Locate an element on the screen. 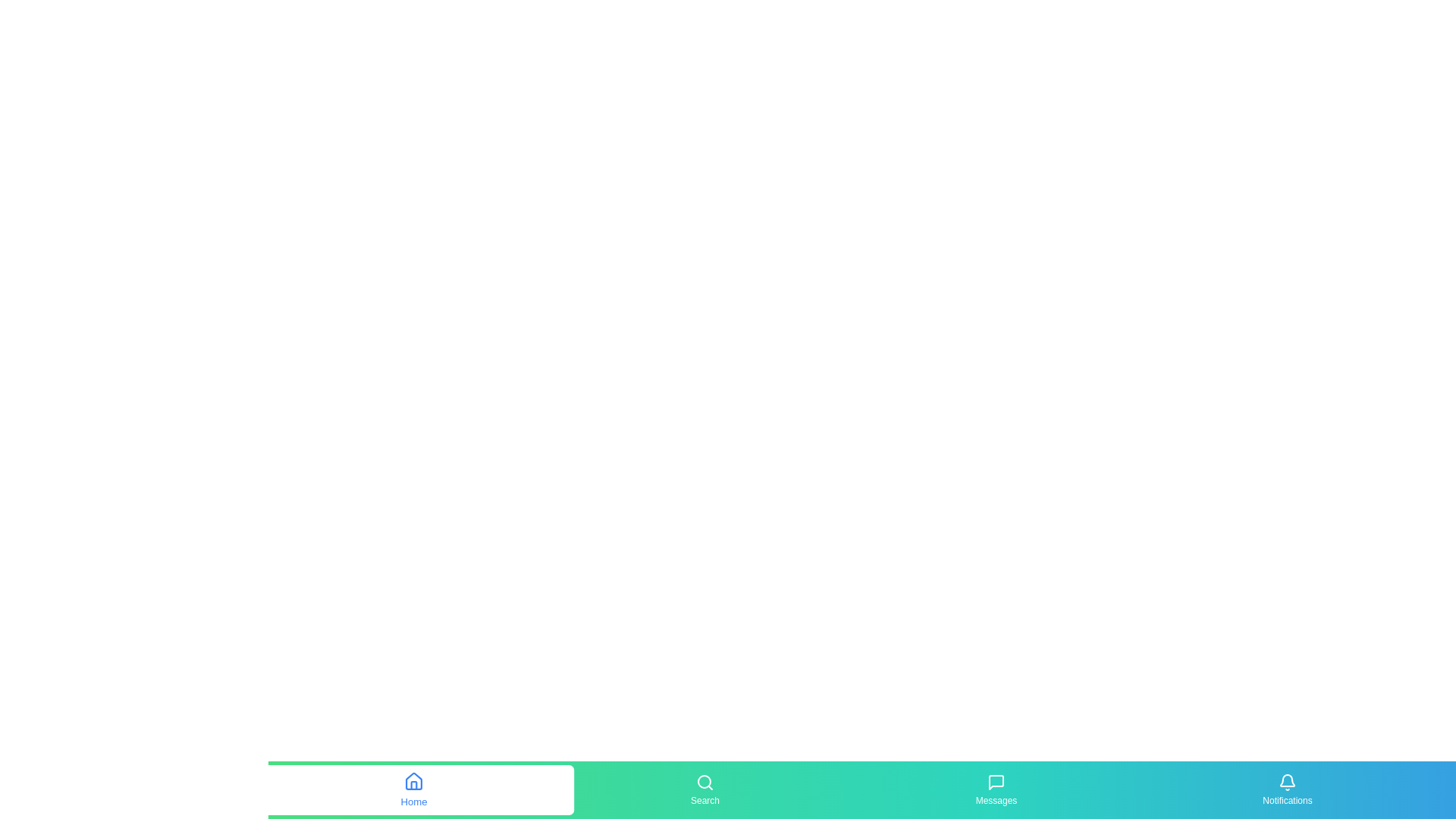  the Home button to observe its hover effect is located at coordinates (414, 789).